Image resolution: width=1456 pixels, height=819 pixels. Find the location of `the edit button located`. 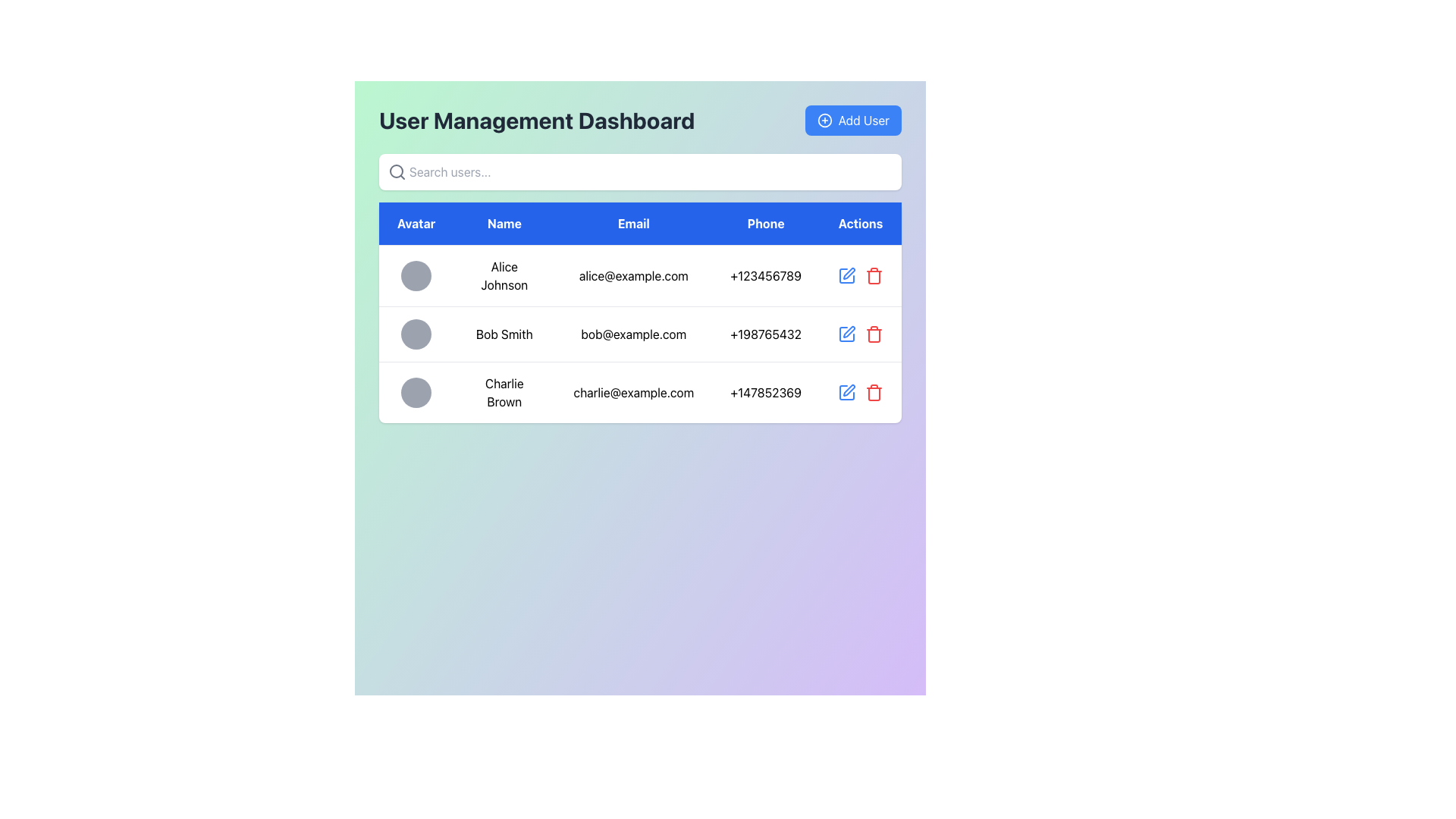

the edit button located is located at coordinates (846, 275).